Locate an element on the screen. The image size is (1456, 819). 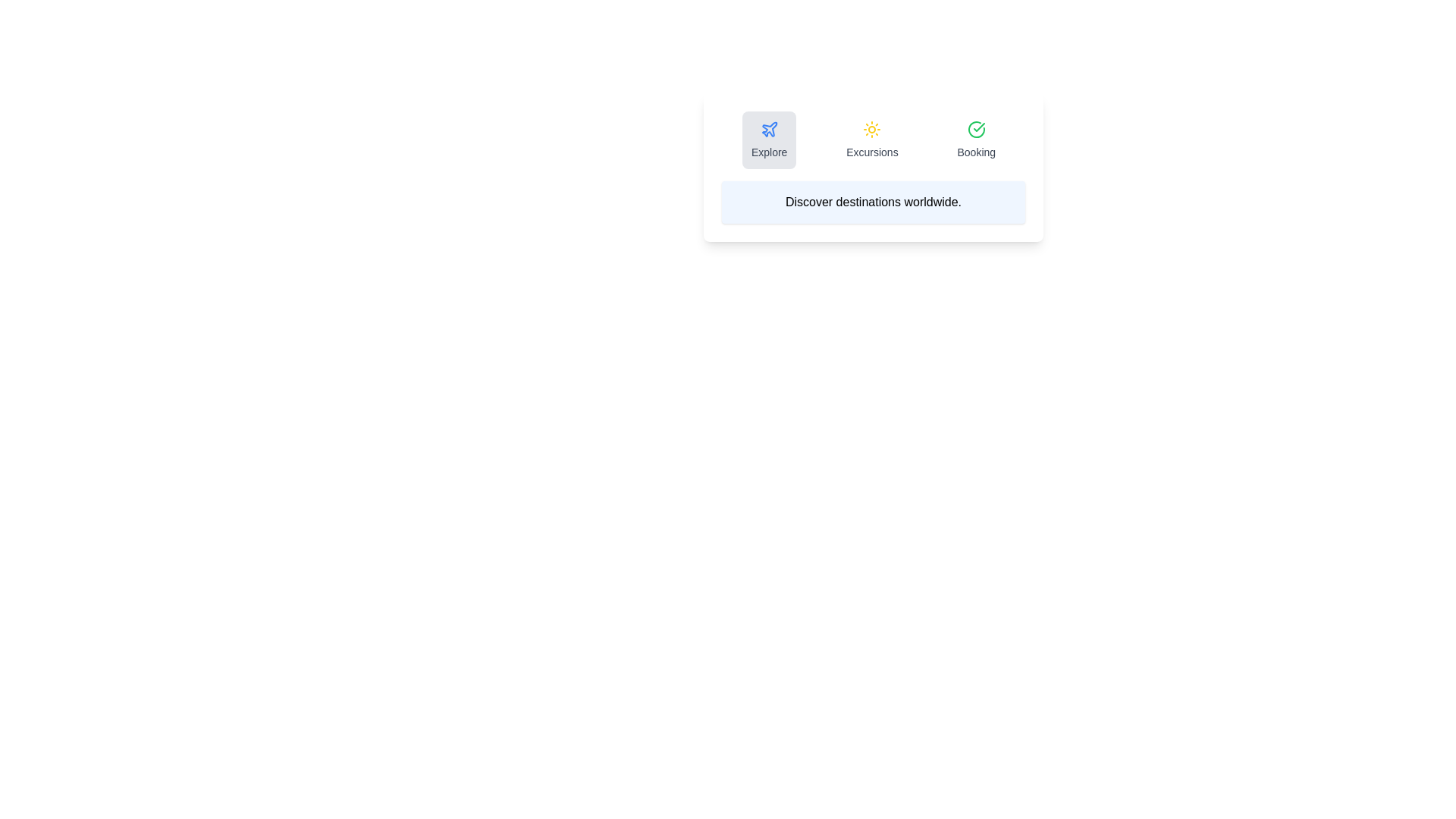
the tab icon corresponding to Excursions is located at coordinates (872, 140).